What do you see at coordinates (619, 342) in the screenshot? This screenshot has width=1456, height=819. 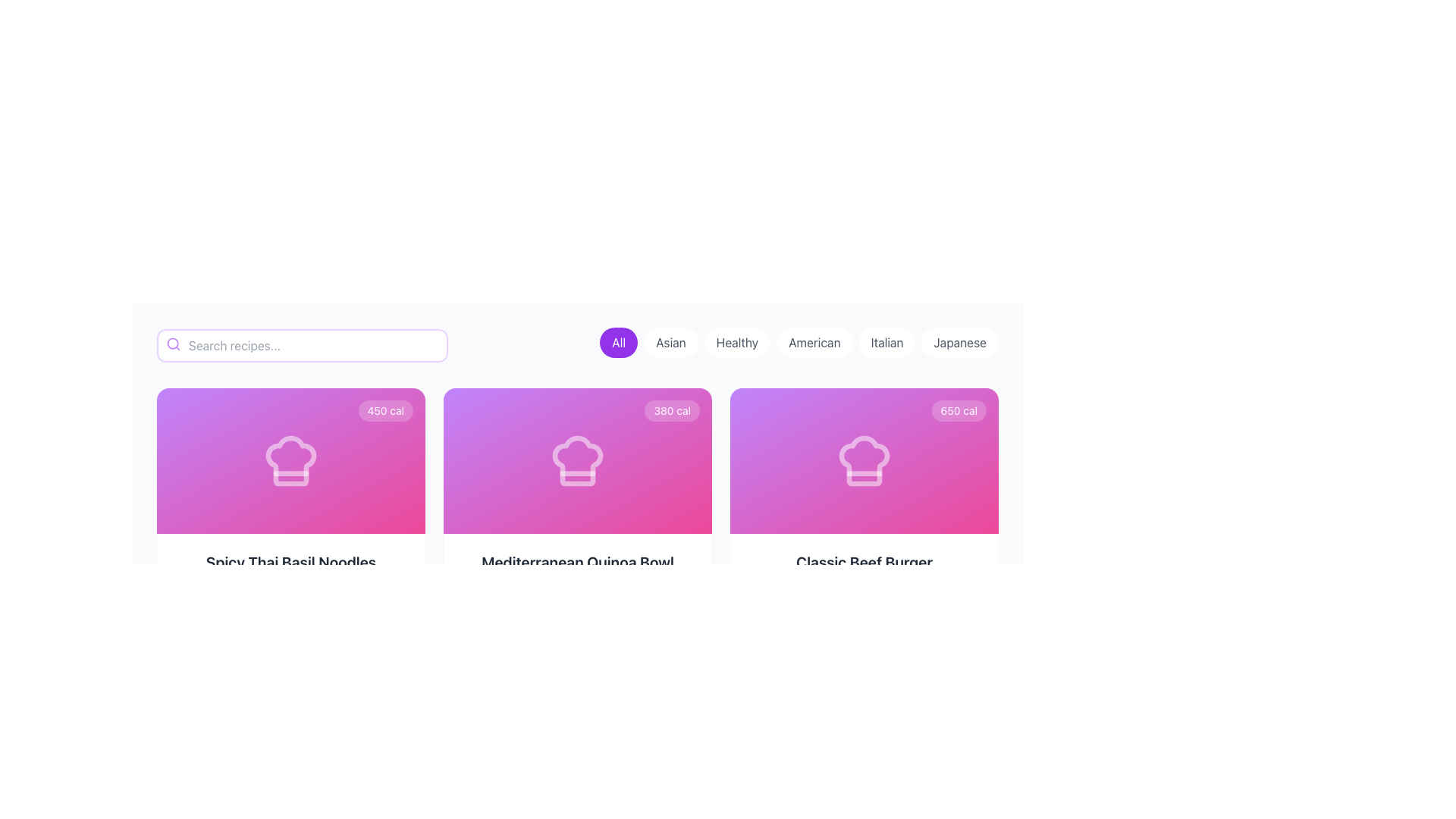 I see `the round-cornered button labeled 'All' with white text on a purple background` at bounding box center [619, 342].